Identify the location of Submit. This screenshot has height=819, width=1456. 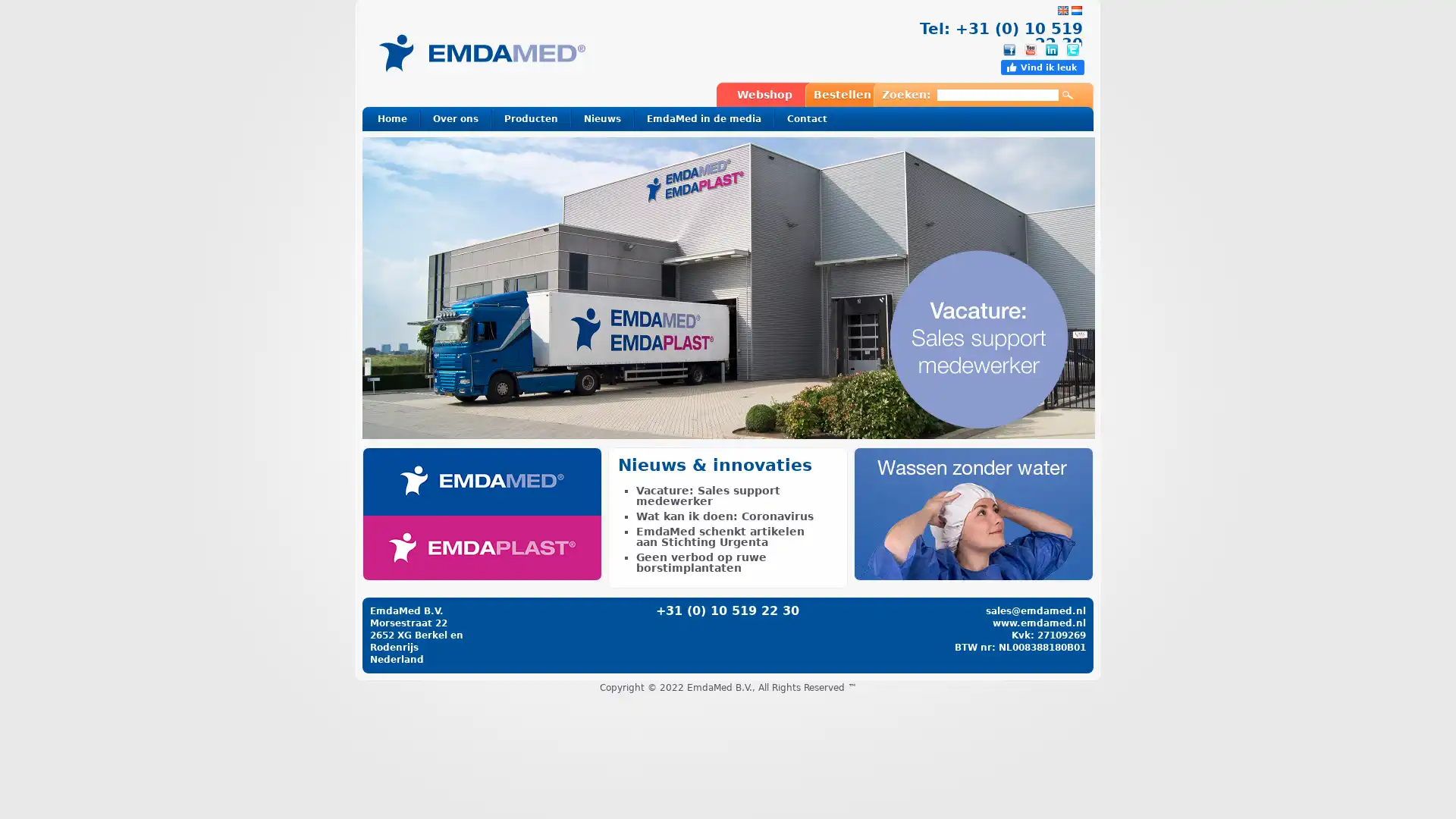
(1066, 96).